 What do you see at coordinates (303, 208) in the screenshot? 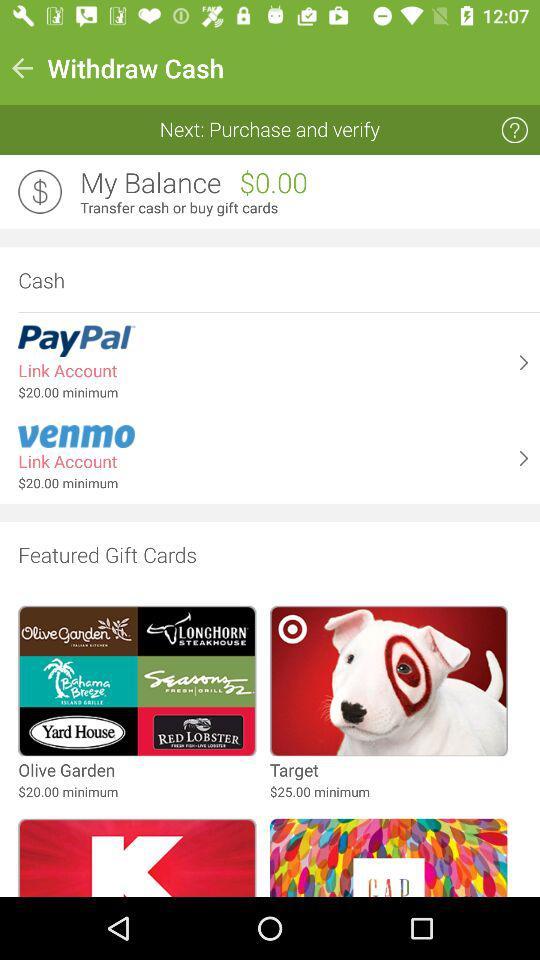
I see `the transfer cash or item` at bounding box center [303, 208].